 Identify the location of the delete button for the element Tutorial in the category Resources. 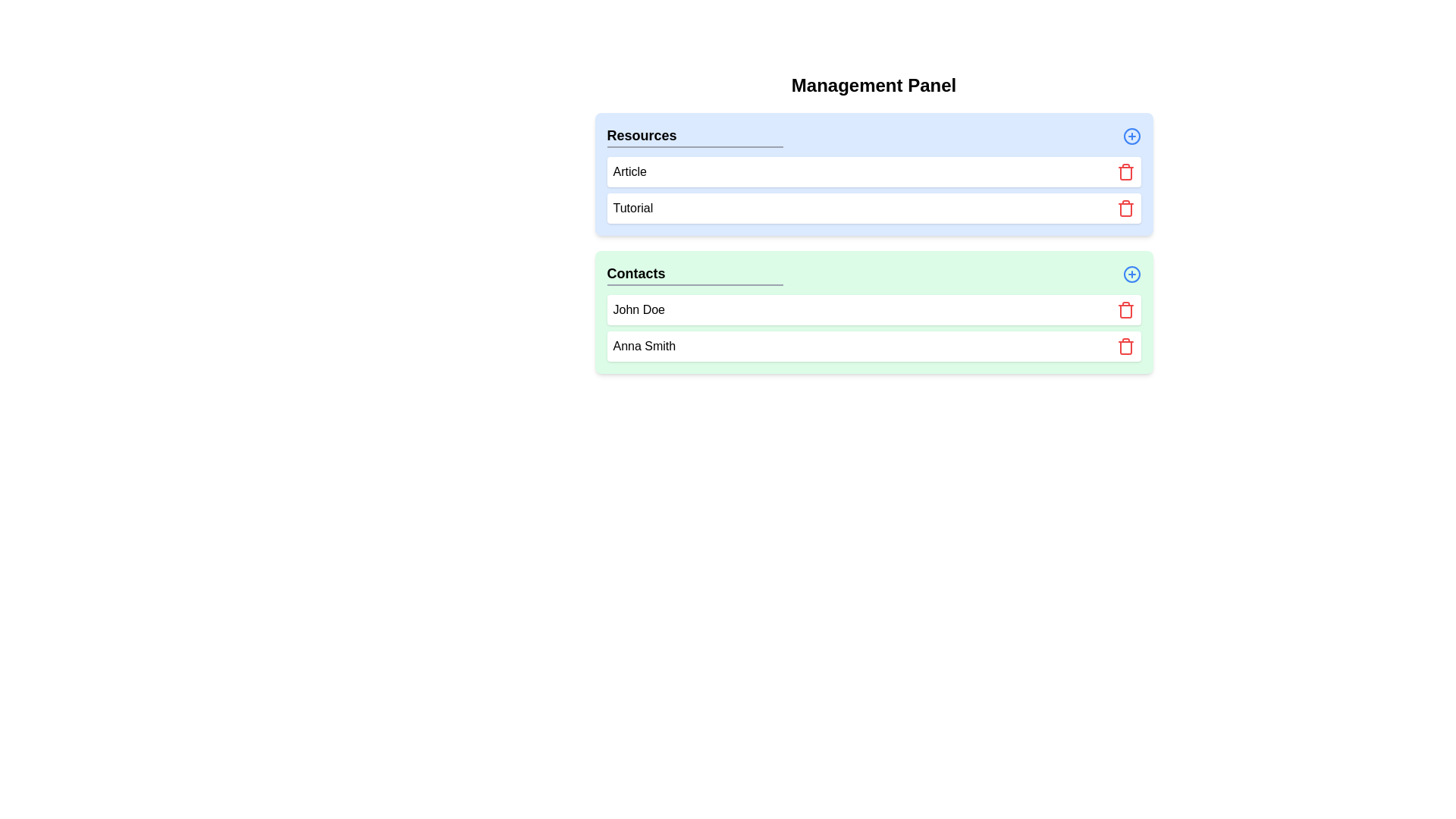
(1125, 208).